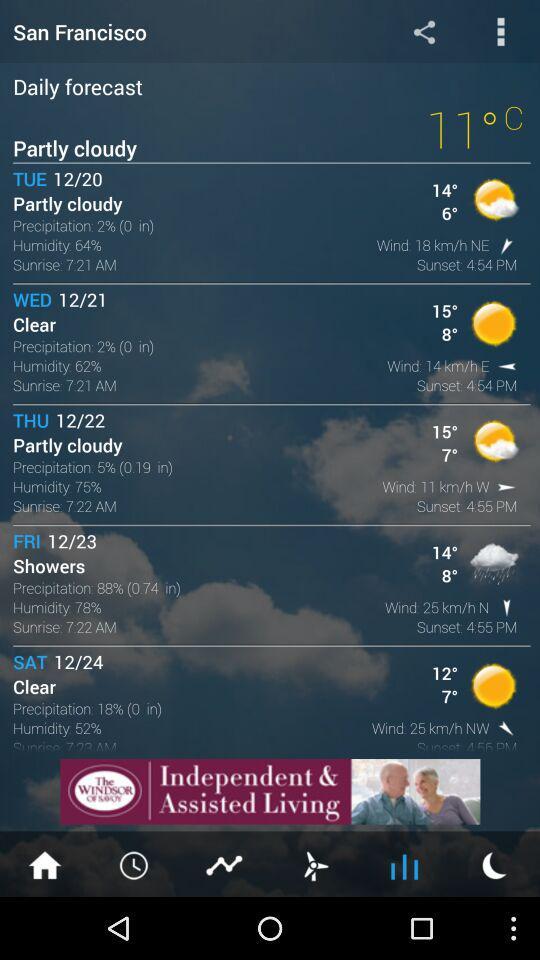  Describe the element at coordinates (44, 863) in the screenshot. I see `home screen` at that location.